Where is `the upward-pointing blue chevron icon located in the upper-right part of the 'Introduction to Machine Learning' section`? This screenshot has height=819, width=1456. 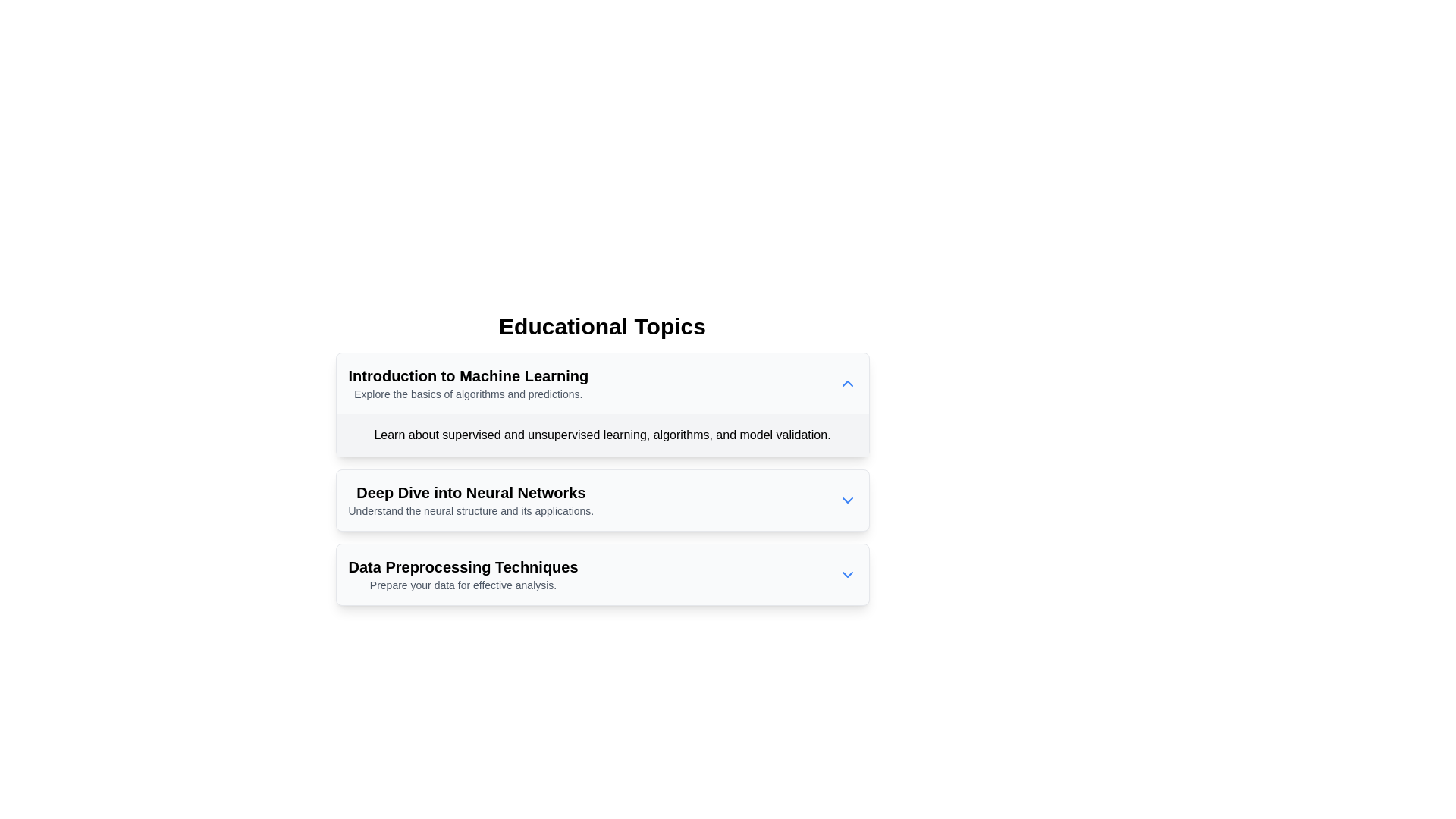
the upward-pointing blue chevron icon located in the upper-right part of the 'Introduction to Machine Learning' section is located at coordinates (846, 382).